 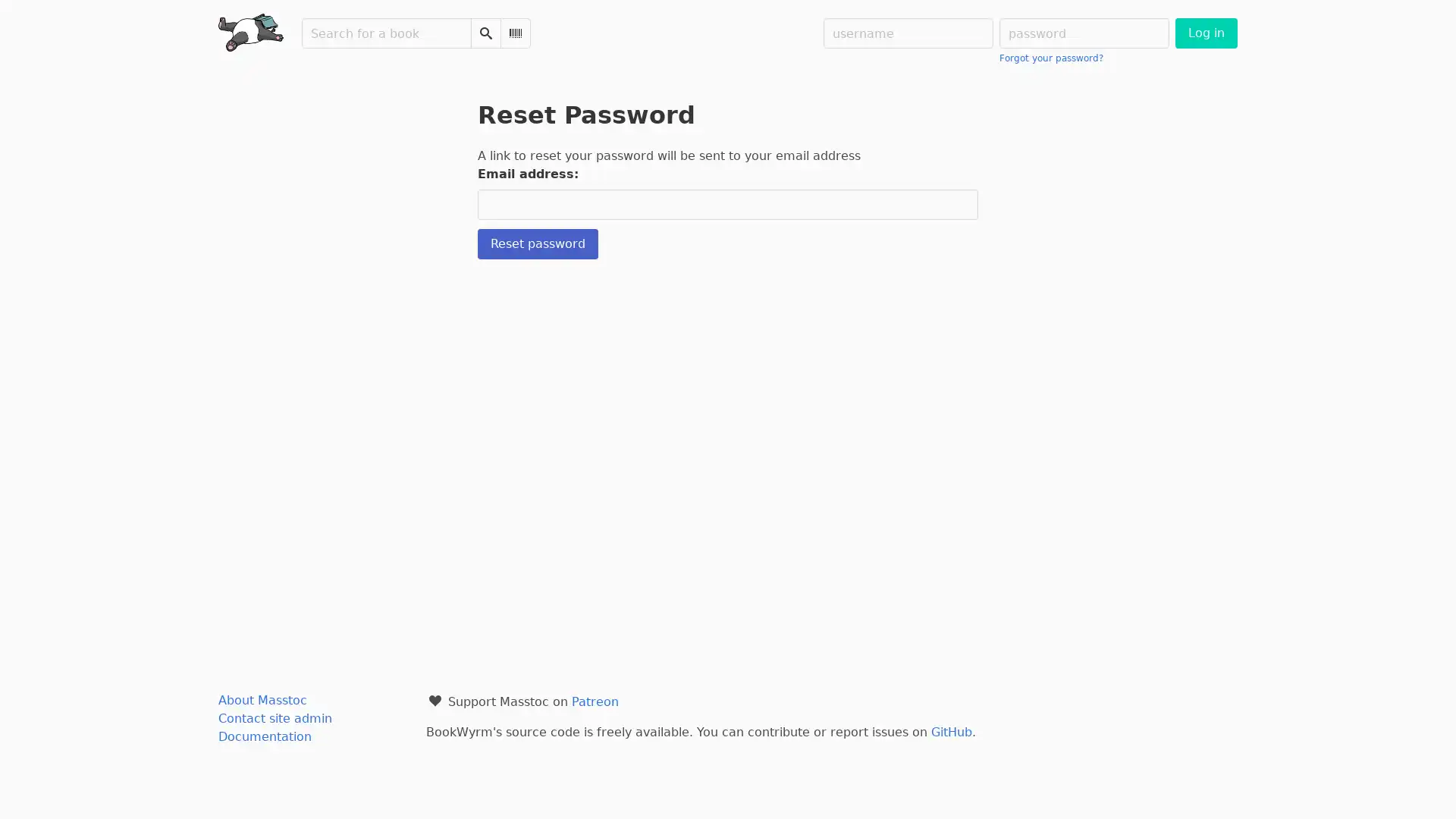 What do you see at coordinates (538, 243) in the screenshot?
I see `Reset password` at bounding box center [538, 243].